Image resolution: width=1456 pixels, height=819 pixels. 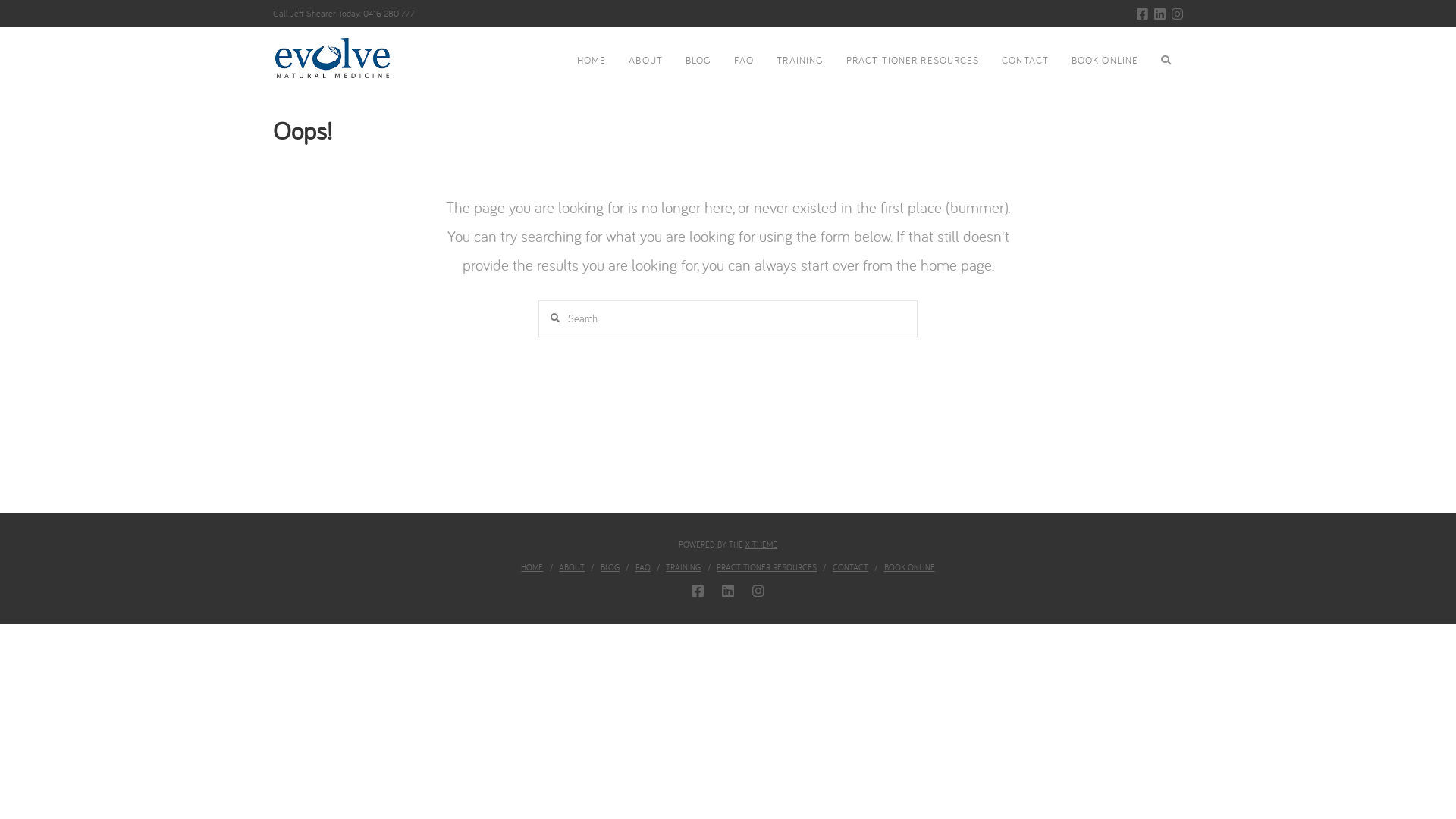 What do you see at coordinates (799, 61) in the screenshot?
I see `'TRAINING'` at bounding box center [799, 61].